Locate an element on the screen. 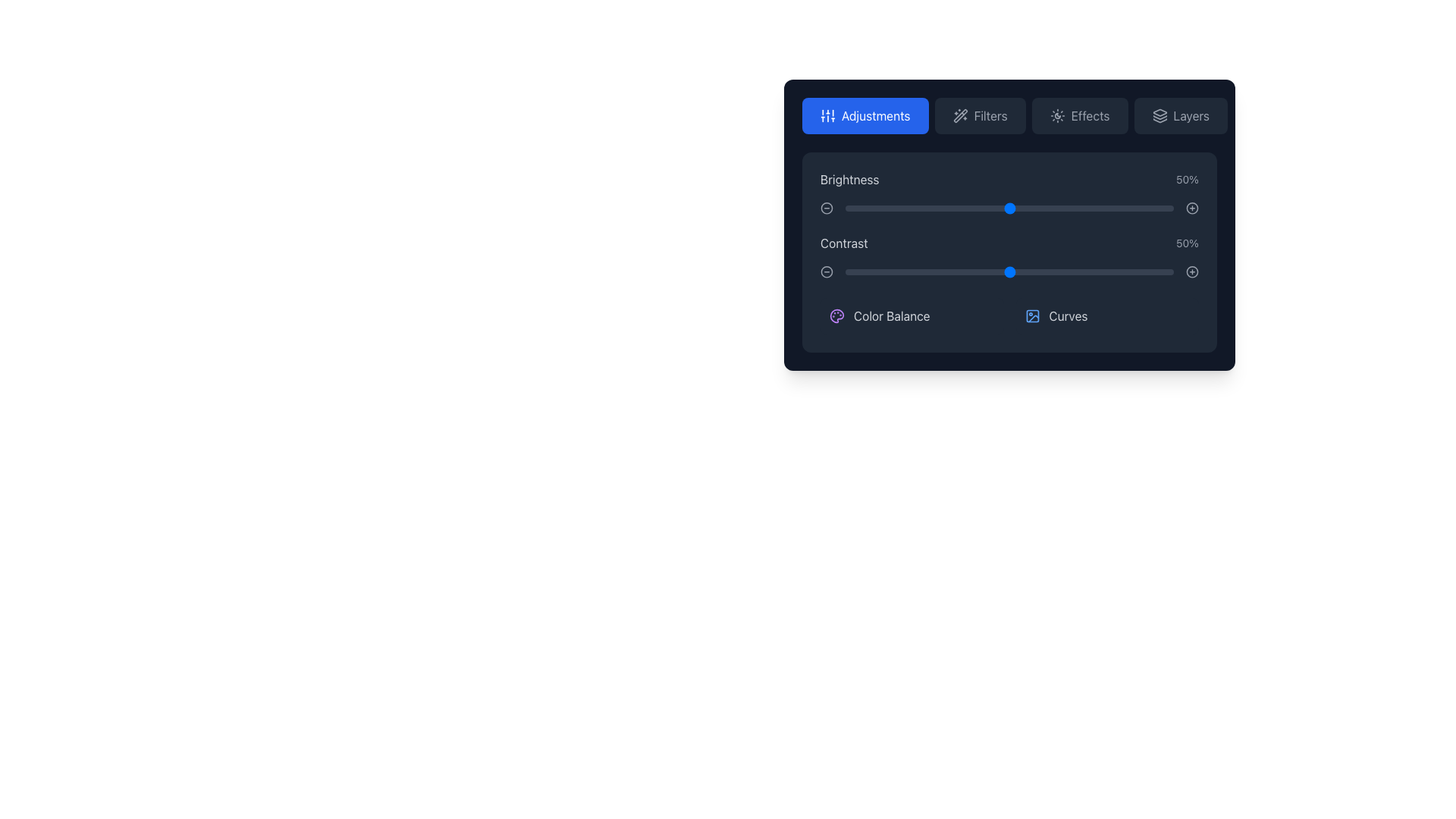 Image resolution: width=1456 pixels, height=819 pixels. the small purple palette icon with a circular outline located adjacent to the 'Color Balance' text label in the 'Adjustments' panel is located at coordinates (836, 315).